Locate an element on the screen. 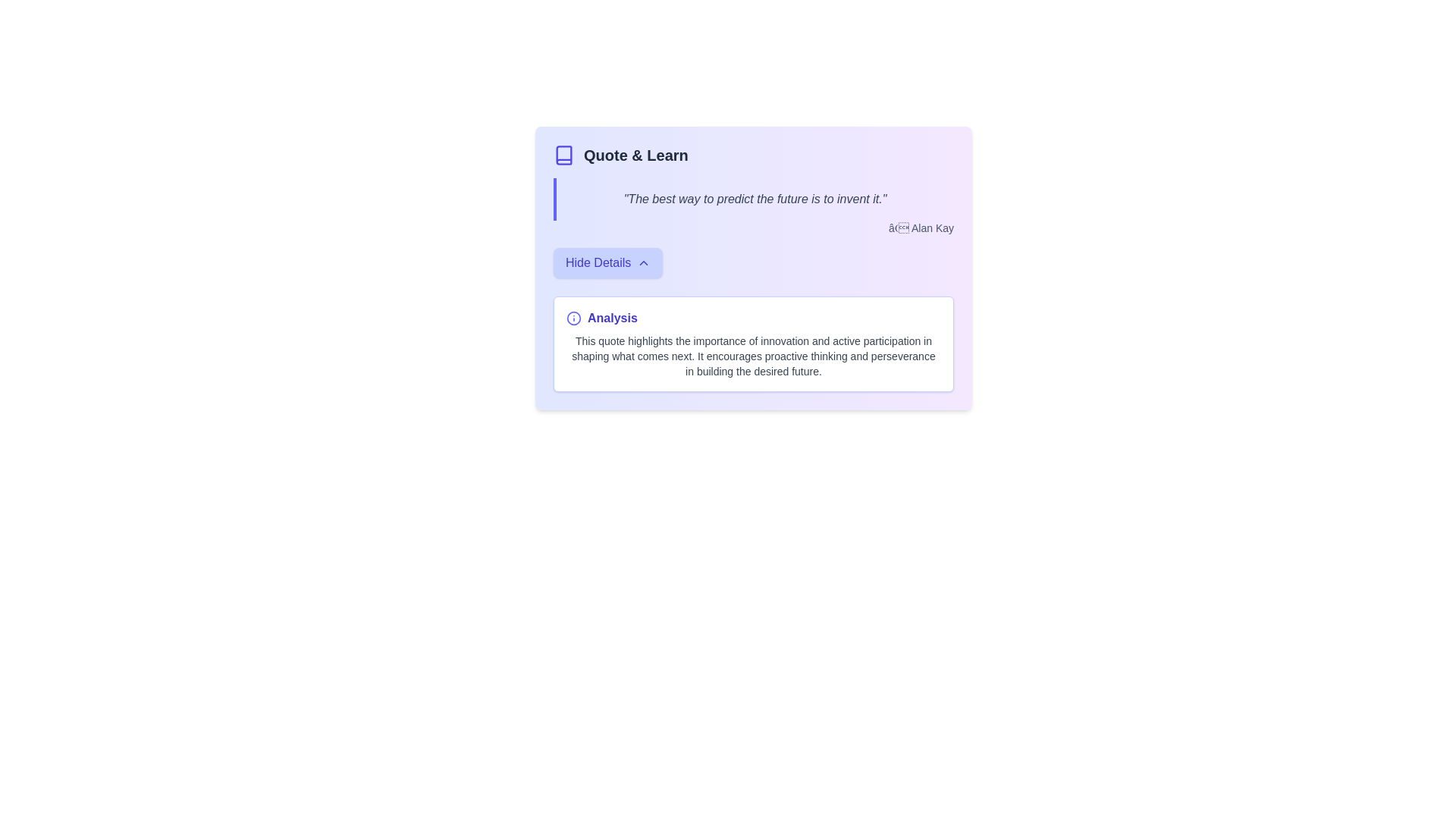  the SVG-based educational icon positioned to the left of the 'Quote & Learn' text is located at coordinates (563, 155).